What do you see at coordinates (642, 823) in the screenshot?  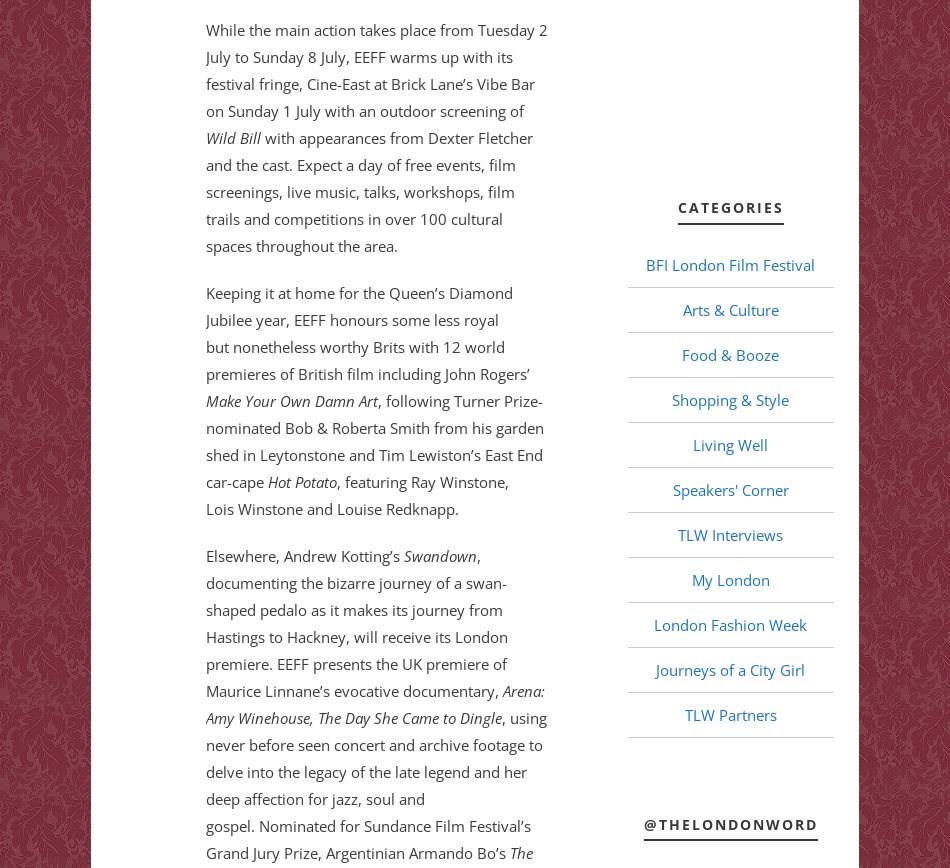 I see `'@thelondonword'` at bounding box center [642, 823].